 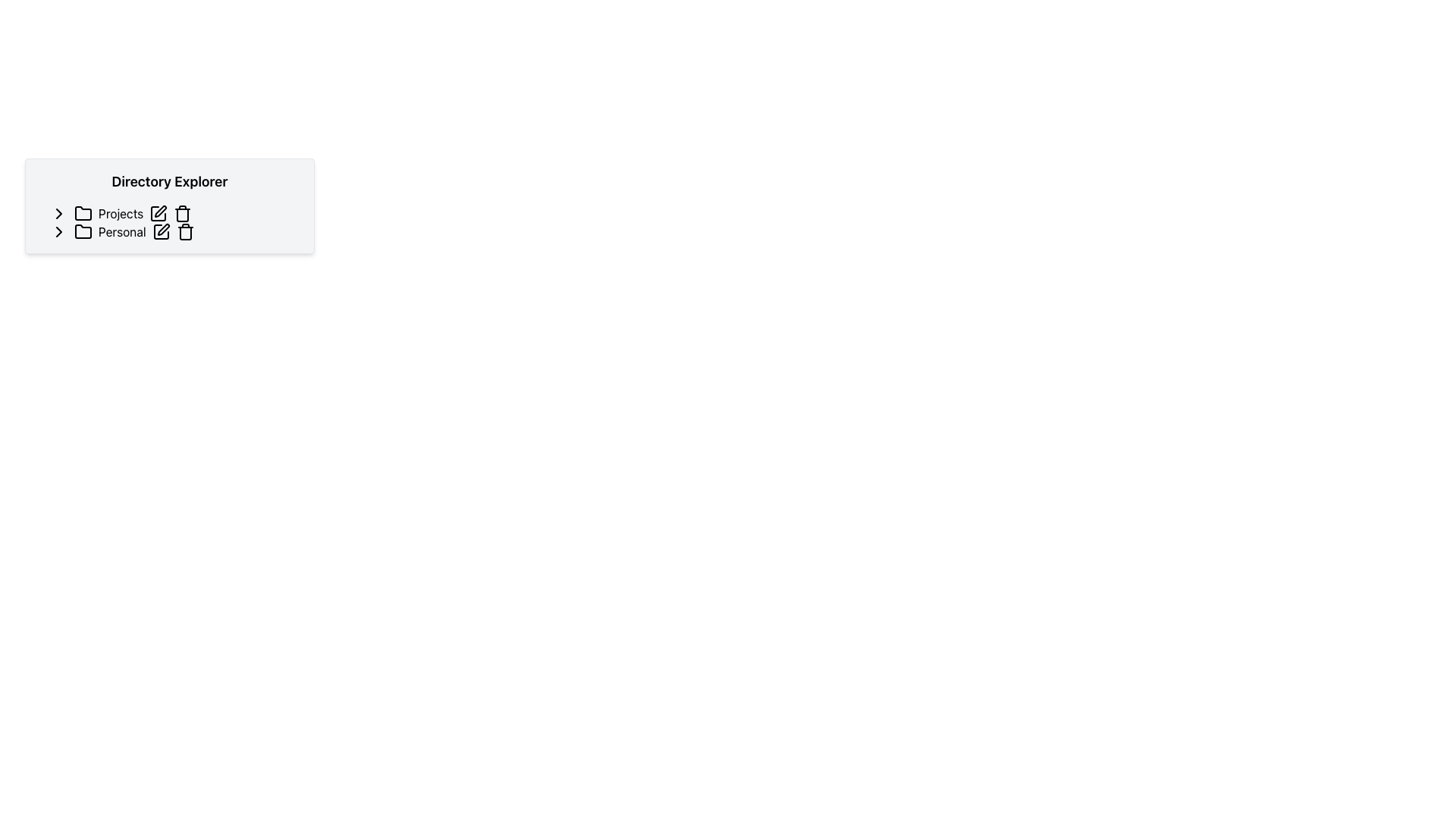 What do you see at coordinates (173, 231) in the screenshot?
I see `the pencil icon in the Action Control Group for the 'Personal' directory, which will turn blue upon hovering` at bounding box center [173, 231].